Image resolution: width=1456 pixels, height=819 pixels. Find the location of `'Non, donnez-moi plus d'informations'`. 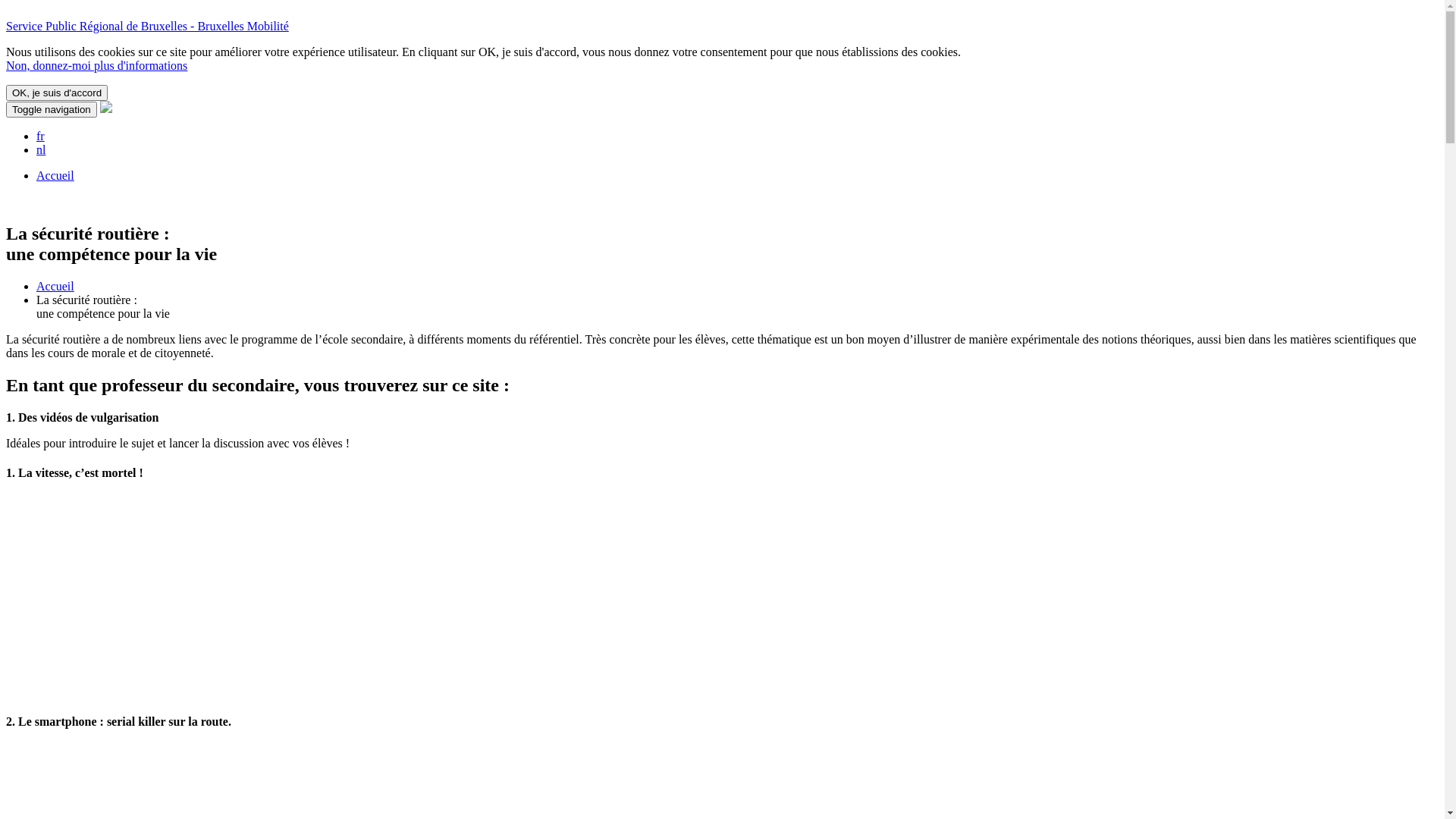

'Non, donnez-moi plus d'informations' is located at coordinates (96, 64).